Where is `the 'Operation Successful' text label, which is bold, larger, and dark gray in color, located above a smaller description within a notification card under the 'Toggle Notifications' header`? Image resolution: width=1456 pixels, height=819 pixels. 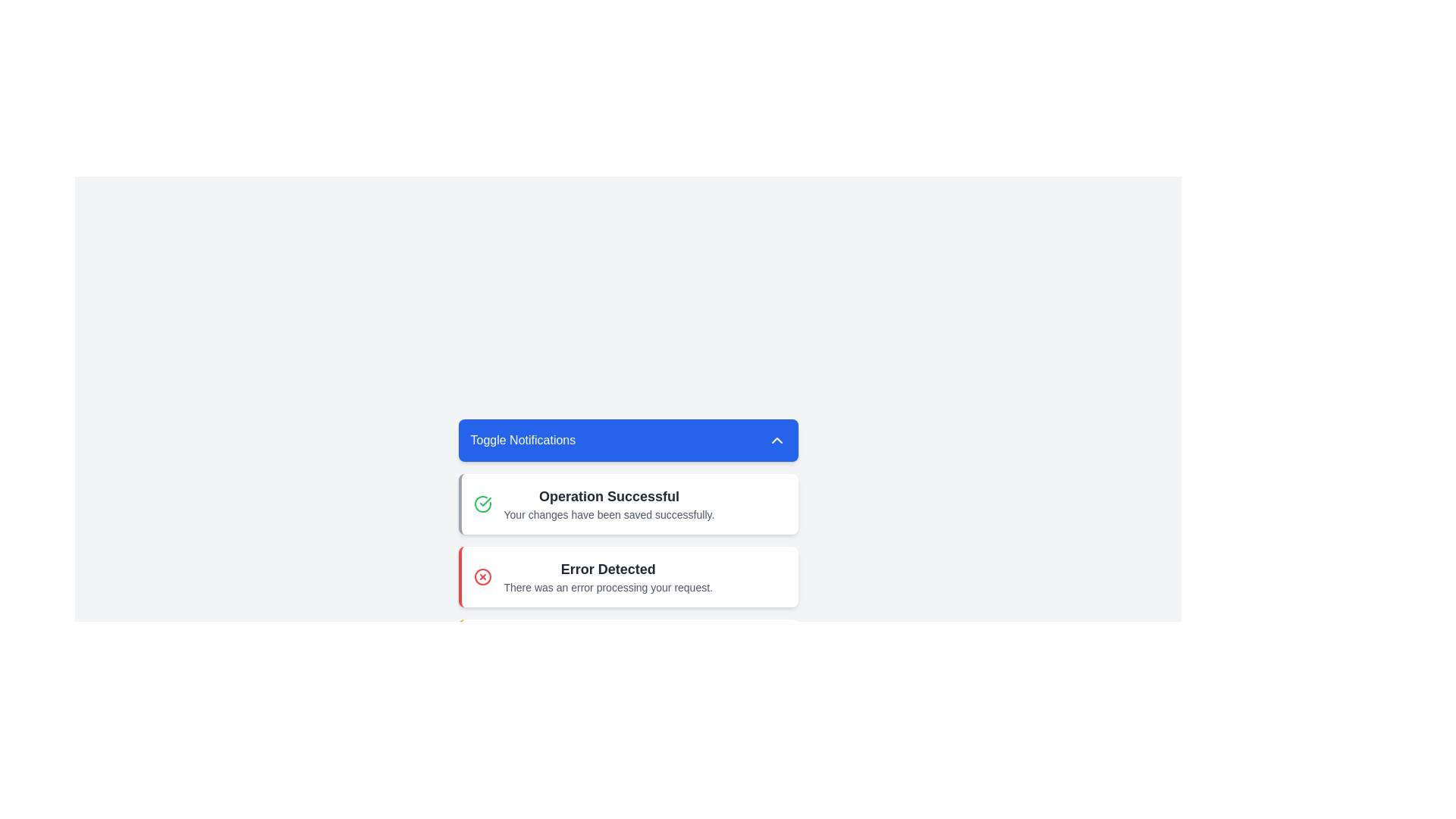
the 'Operation Successful' text label, which is bold, larger, and dark gray in color, located above a smaller description within a notification card under the 'Toggle Notifications' header is located at coordinates (609, 497).